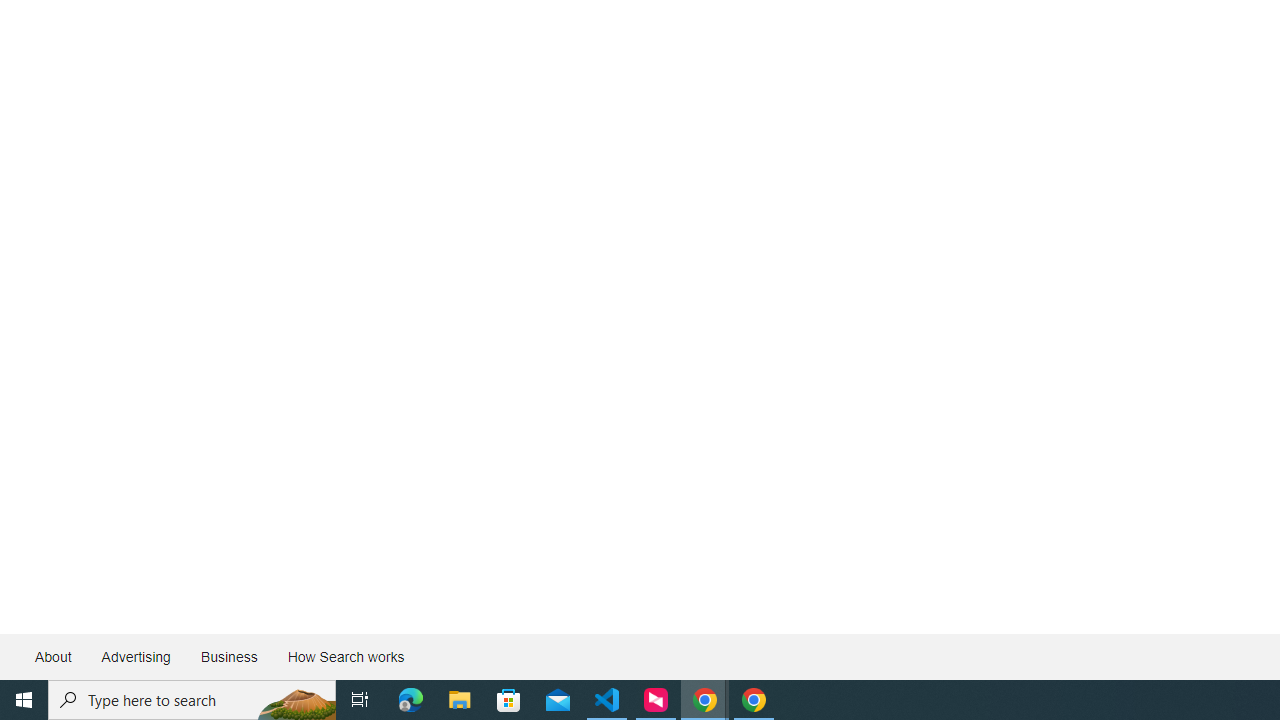 This screenshot has width=1280, height=720. Describe the element at coordinates (229, 657) in the screenshot. I see `'Business'` at that location.